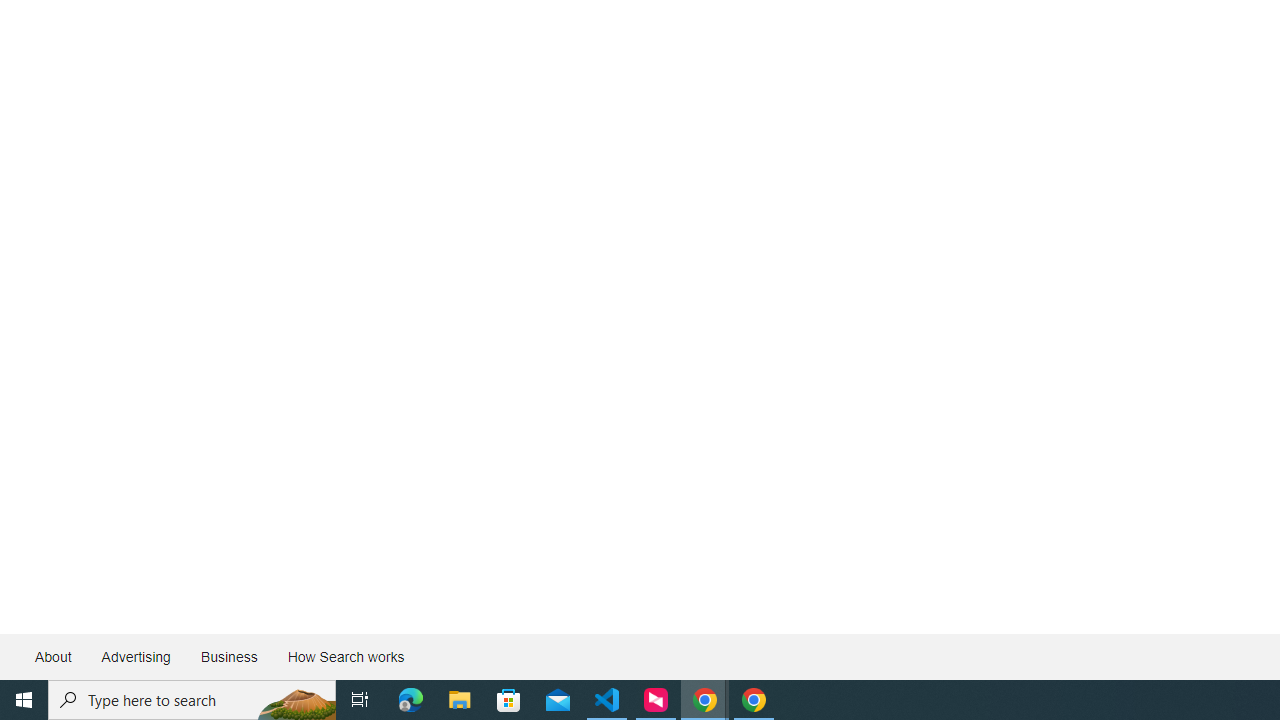 This screenshot has width=1280, height=720. Describe the element at coordinates (229, 657) in the screenshot. I see `'Business'` at that location.